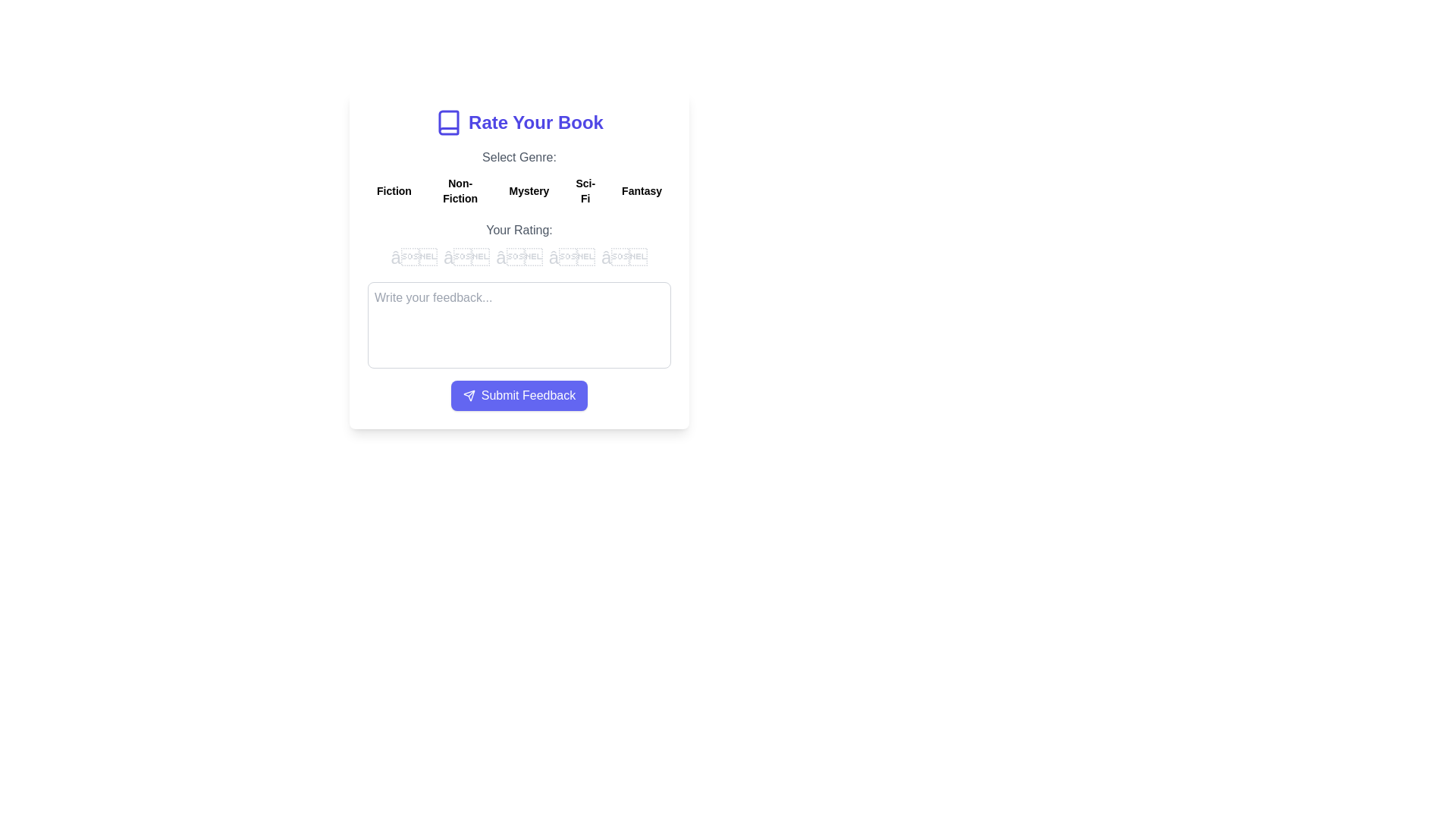  I want to click on the triangular 'send' icon located in the bottom-right corner of the interface area, so click(468, 394).